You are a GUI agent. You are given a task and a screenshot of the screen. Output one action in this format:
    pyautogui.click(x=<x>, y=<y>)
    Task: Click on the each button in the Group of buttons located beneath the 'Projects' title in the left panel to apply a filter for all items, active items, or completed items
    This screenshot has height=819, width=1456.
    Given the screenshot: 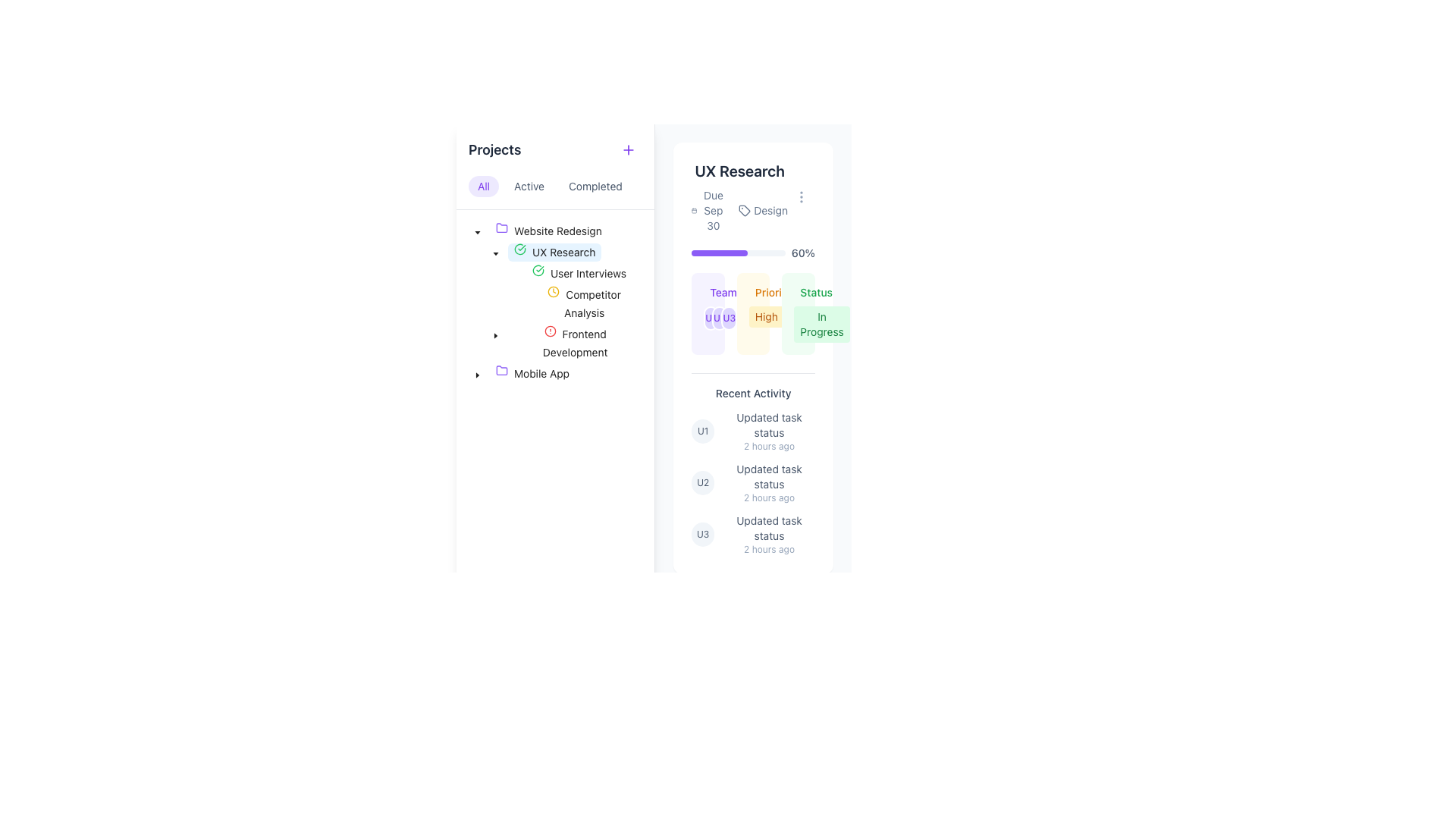 What is the action you would take?
    pyautogui.click(x=554, y=186)
    